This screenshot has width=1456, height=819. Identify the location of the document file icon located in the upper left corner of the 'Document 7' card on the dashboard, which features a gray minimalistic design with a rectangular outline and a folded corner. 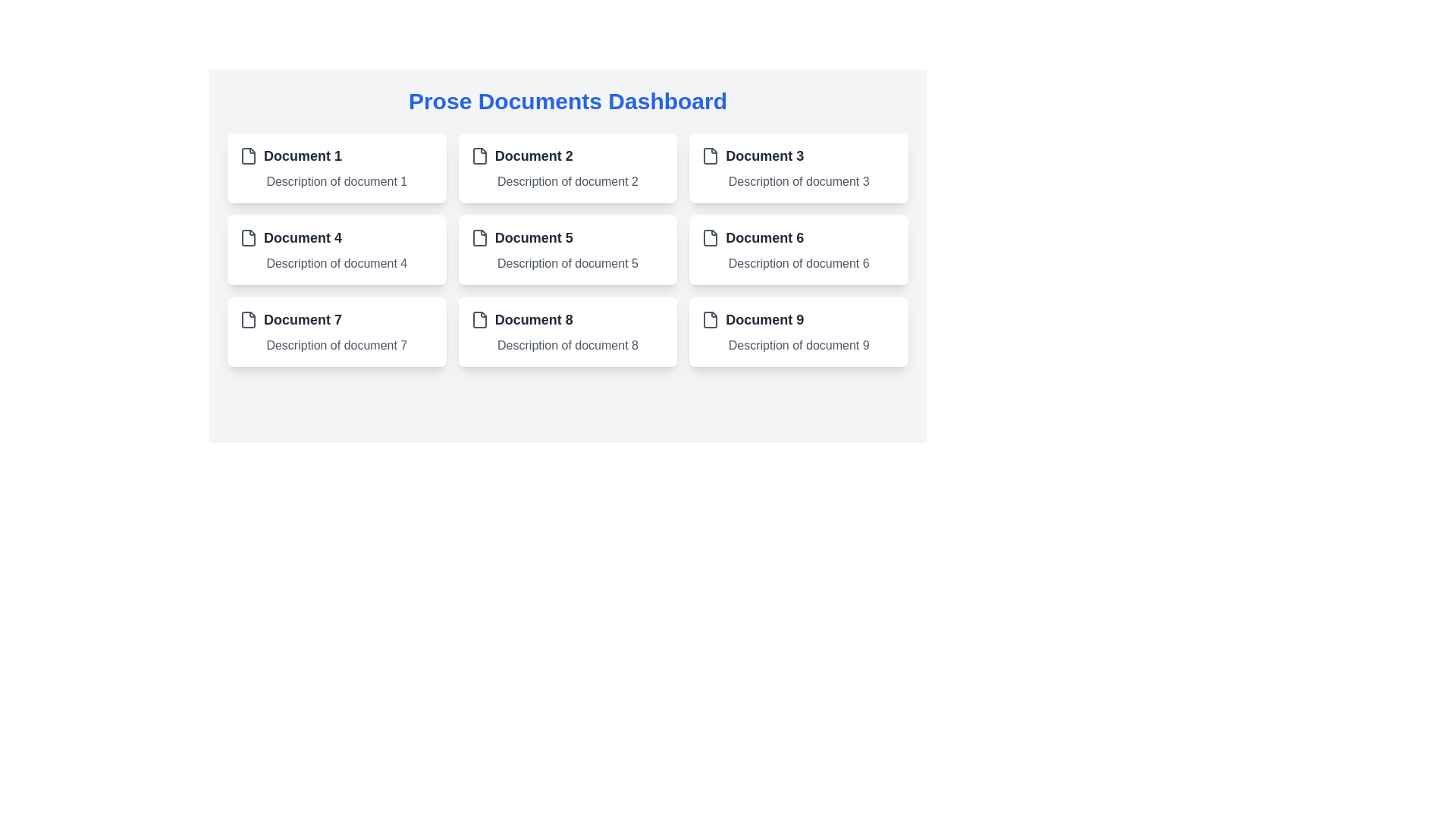
(248, 318).